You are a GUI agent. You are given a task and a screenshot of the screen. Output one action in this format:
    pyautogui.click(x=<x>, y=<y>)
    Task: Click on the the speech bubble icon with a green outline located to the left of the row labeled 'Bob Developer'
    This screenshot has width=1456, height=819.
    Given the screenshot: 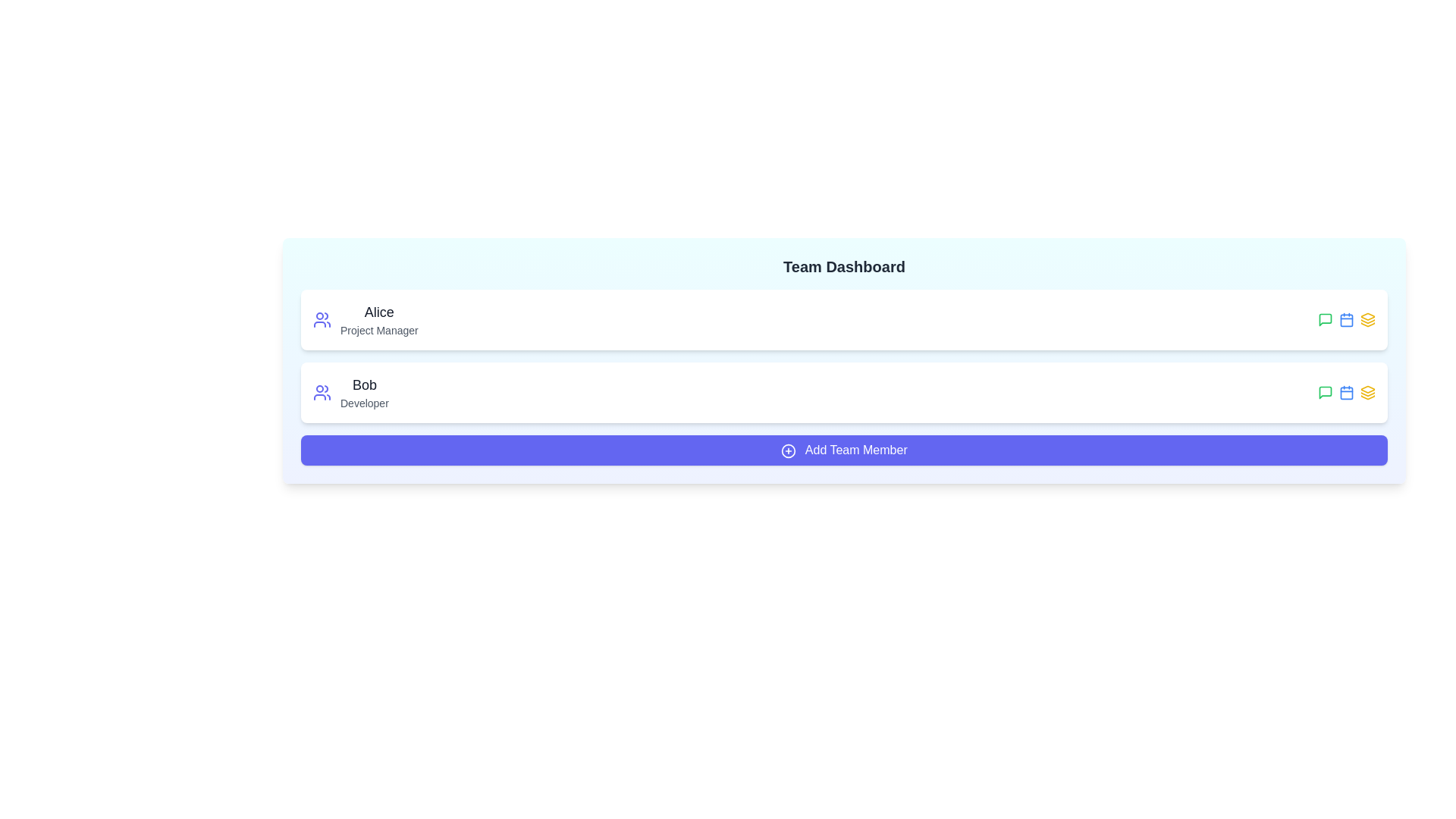 What is the action you would take?
    pyautogui.click(x=1324, y=391)
    